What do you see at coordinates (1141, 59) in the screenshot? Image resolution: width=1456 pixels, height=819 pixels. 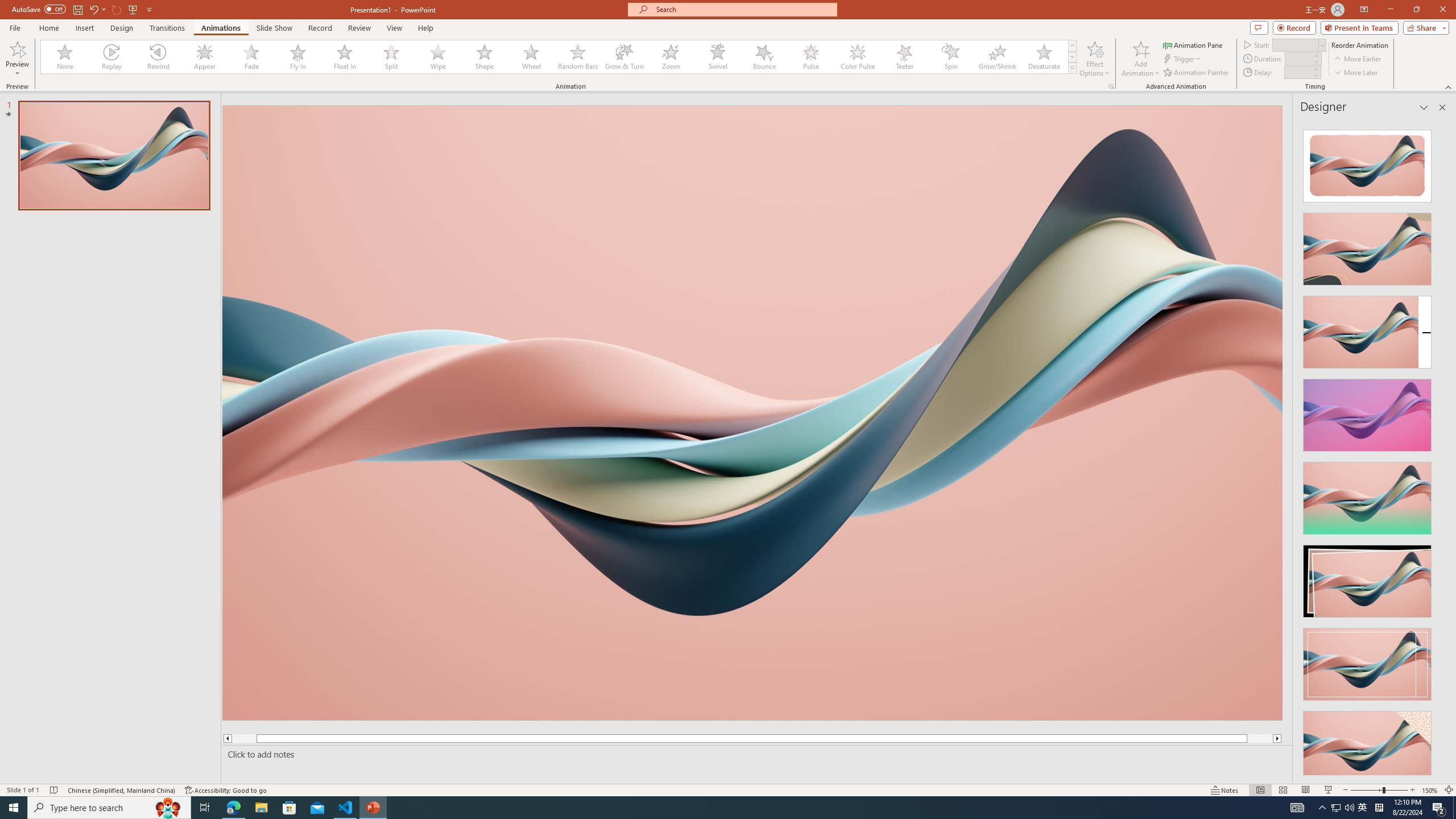 I see `'Add Animation'` at bounding box center [1141, 59].